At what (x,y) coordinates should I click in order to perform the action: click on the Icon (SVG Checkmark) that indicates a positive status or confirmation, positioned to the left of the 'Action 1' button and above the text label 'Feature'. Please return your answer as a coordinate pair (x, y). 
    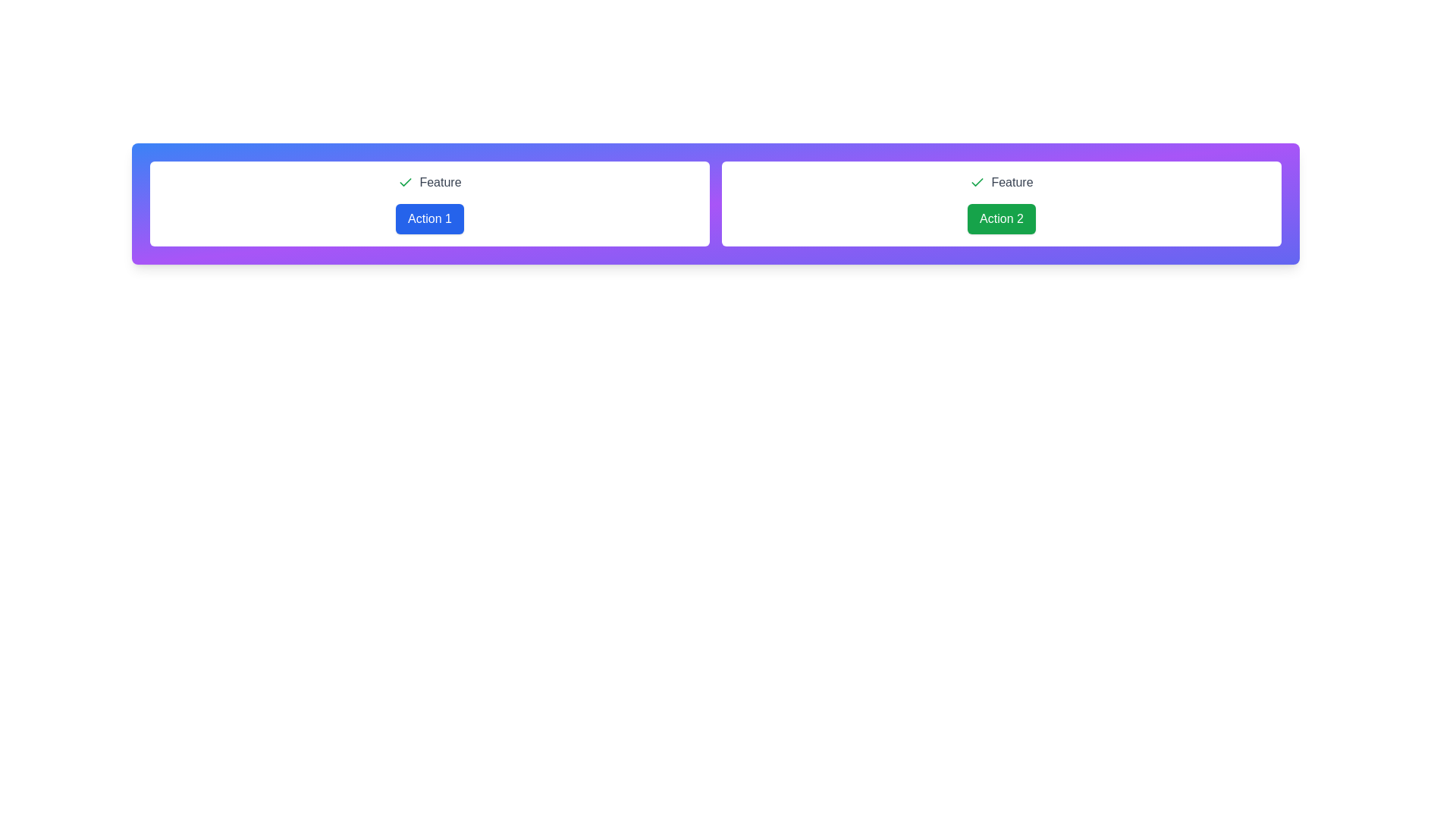
    Looking at the image, I should click on (977, 181).